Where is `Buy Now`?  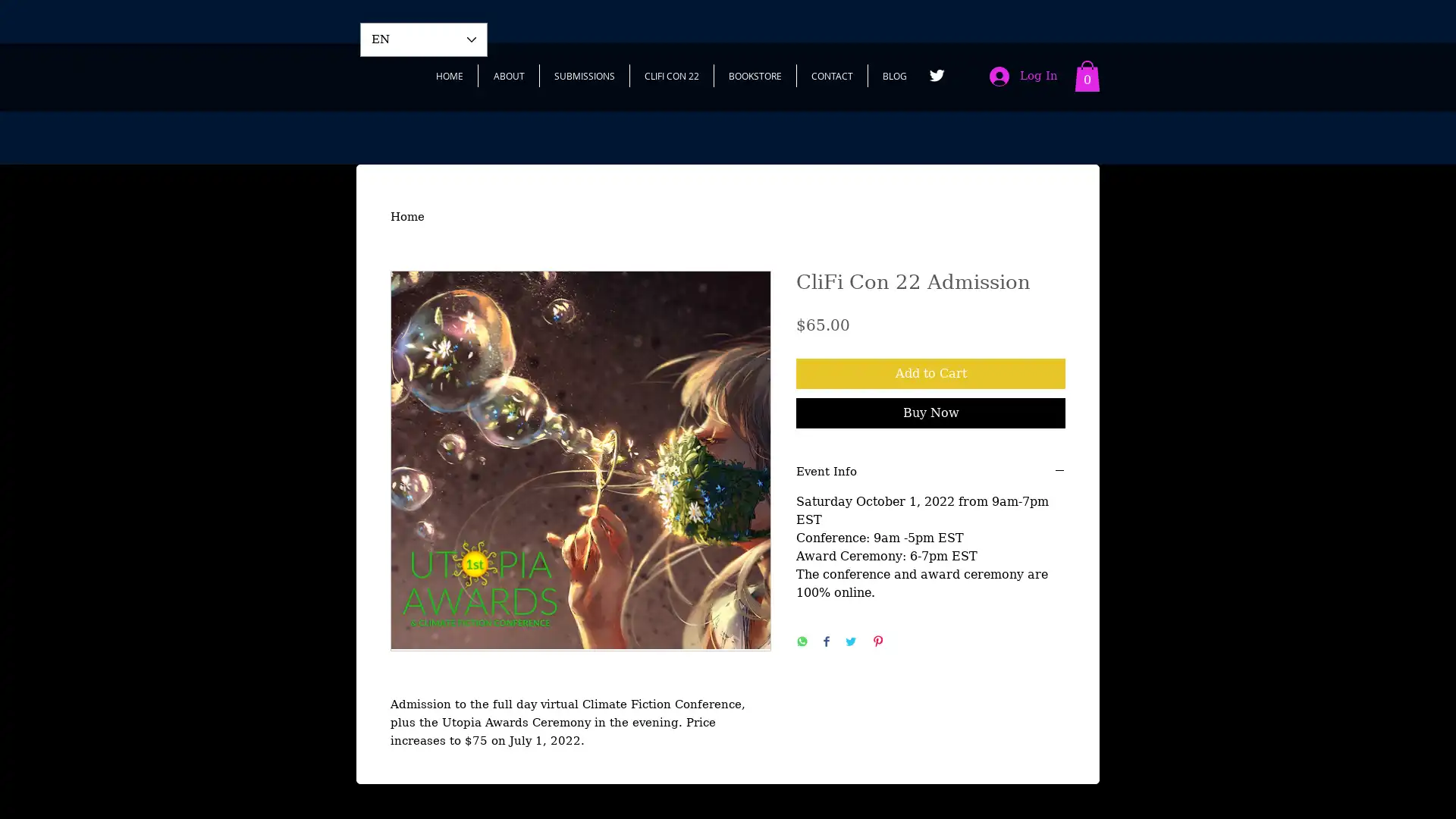 Buy Now is located at coordinates (930, 412).